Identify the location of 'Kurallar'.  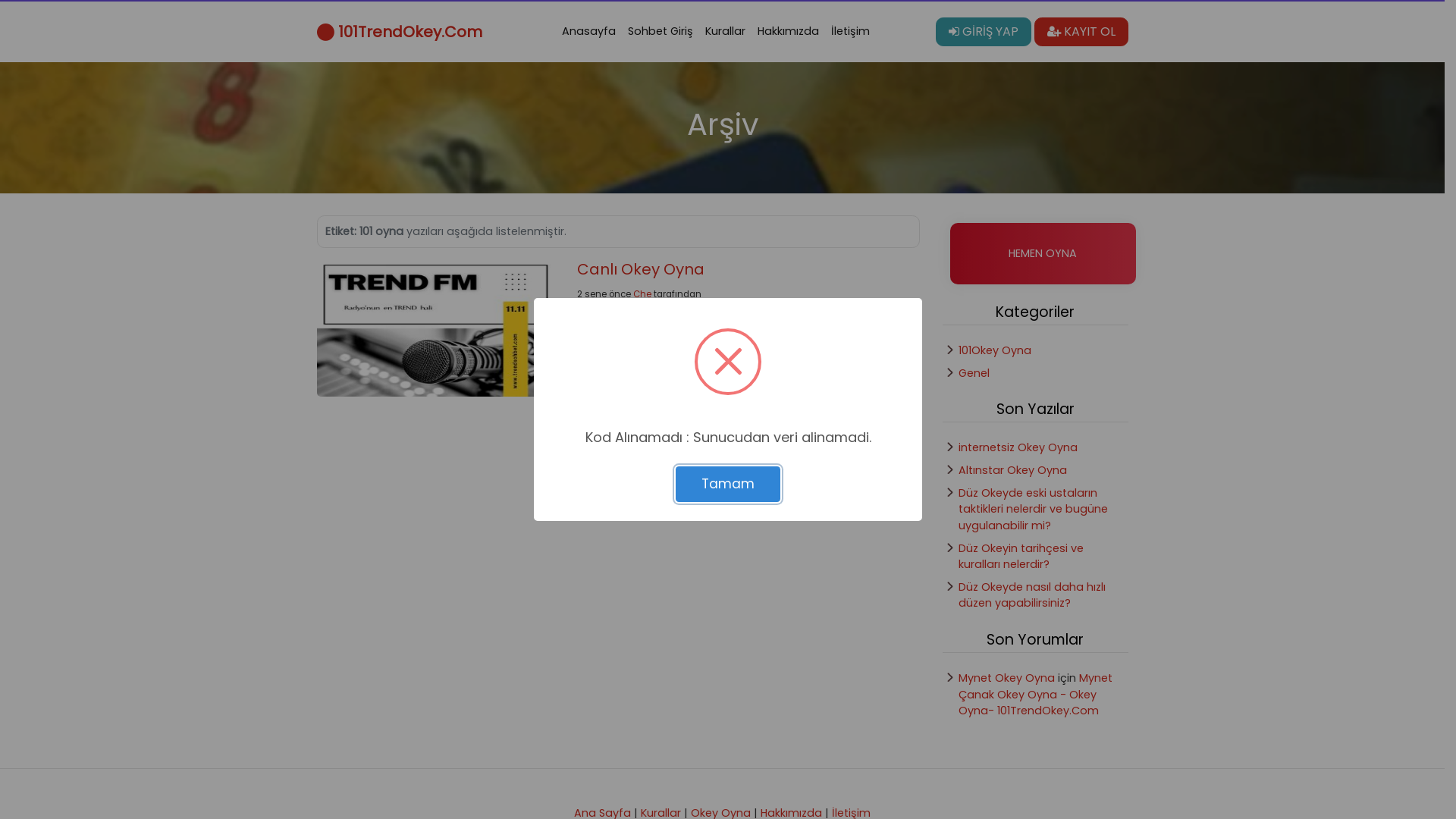
(724, 32).